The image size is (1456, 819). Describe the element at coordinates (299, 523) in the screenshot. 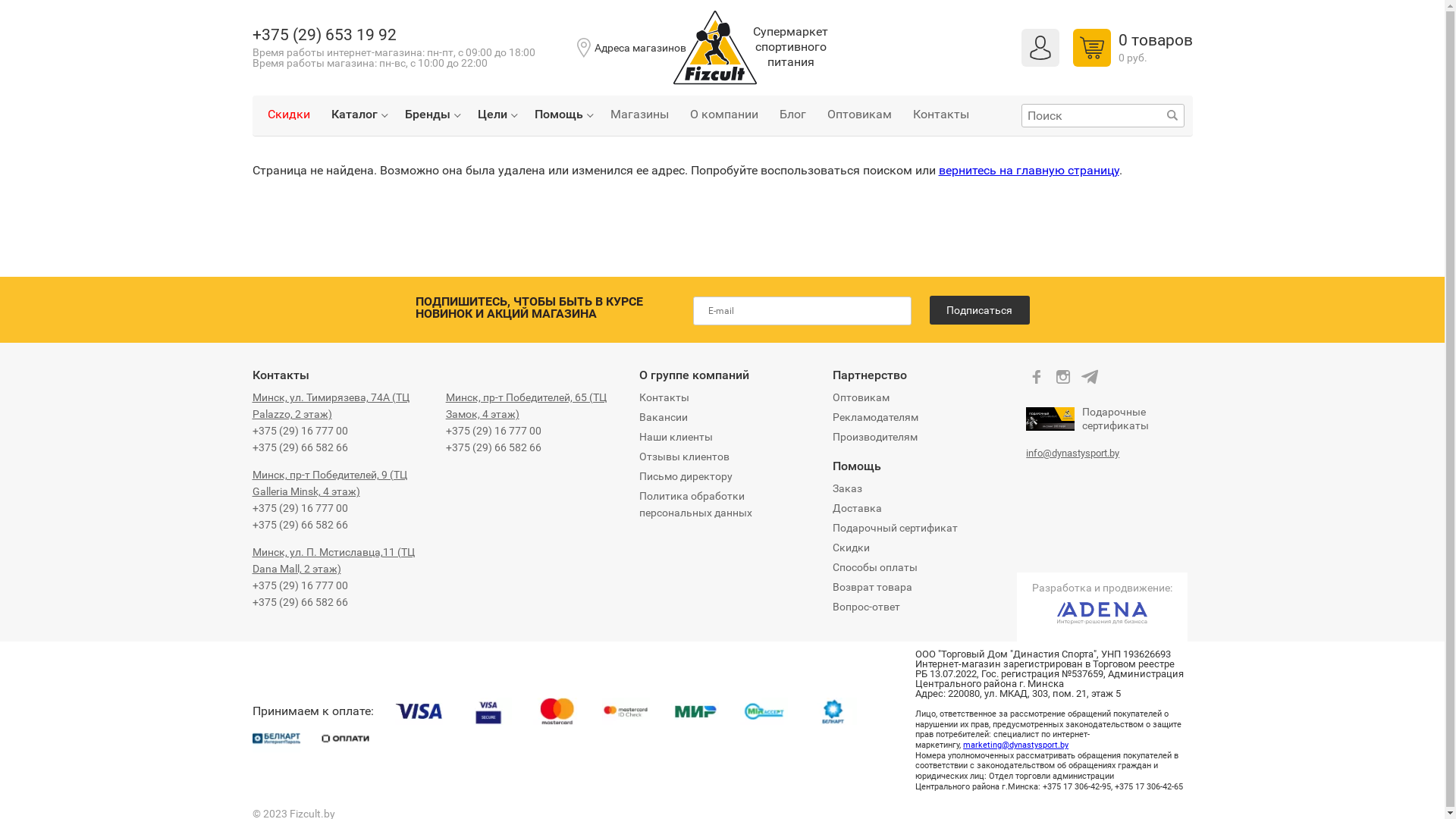

I see `'+375 (29) 66 582 66'` at that location.